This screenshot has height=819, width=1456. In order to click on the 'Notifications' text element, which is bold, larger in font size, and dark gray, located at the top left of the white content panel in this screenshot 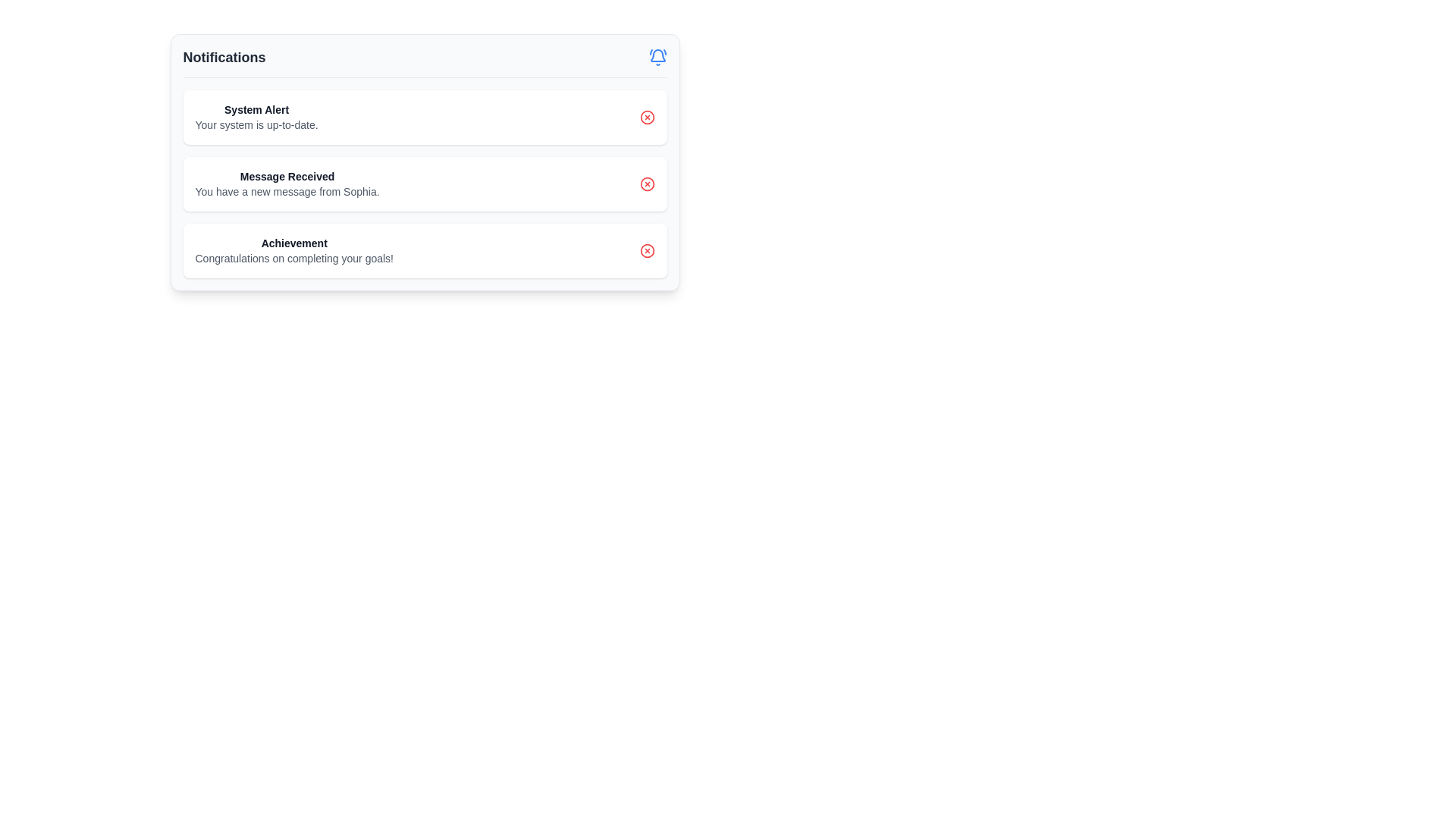, I will do `click(224, 57)`.